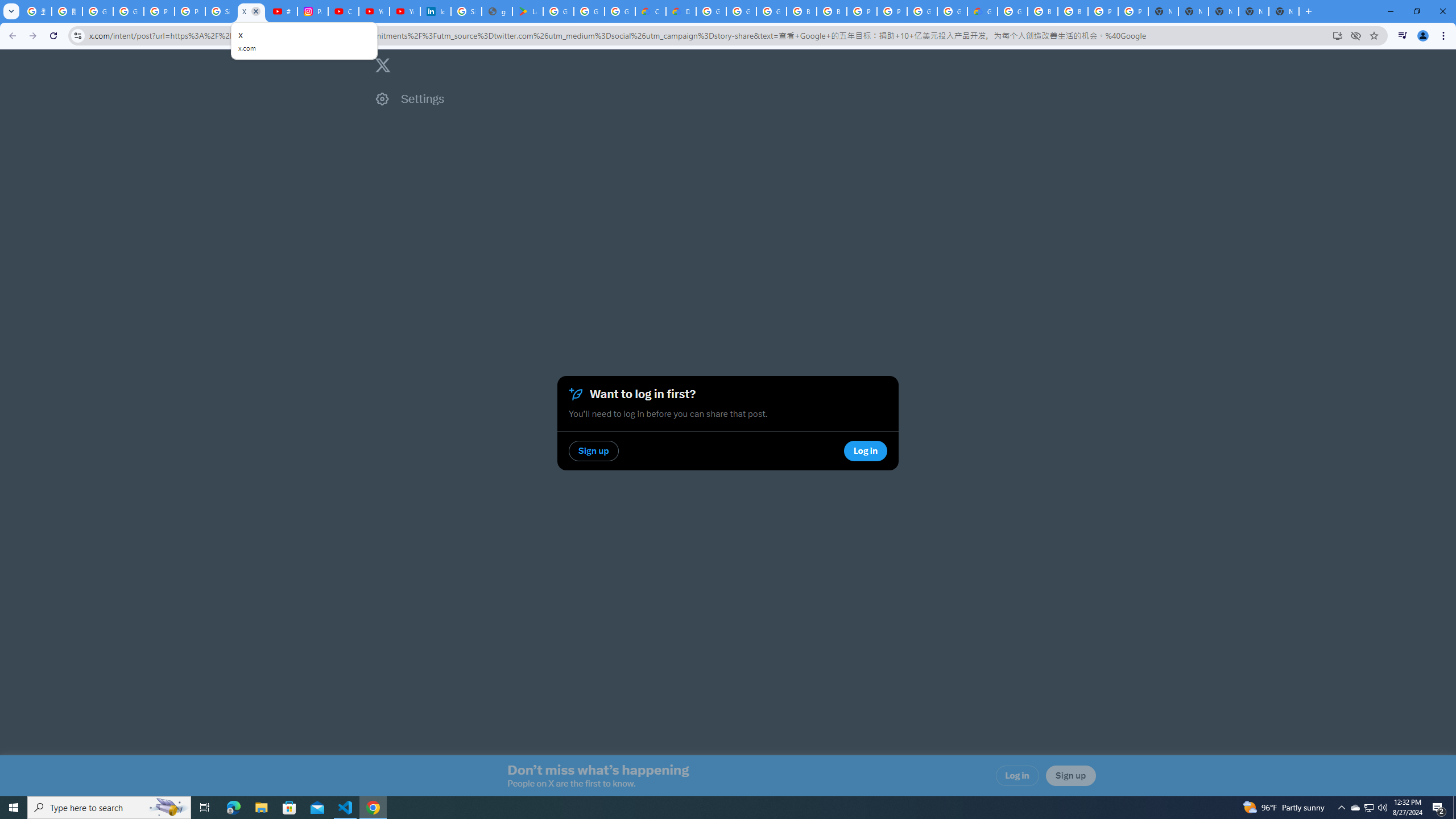 This screenshot has height=819, width=1456. I want to click on 'YouTube Culture & Trends - YouTube Top 10, 2021', so click(404, 11).